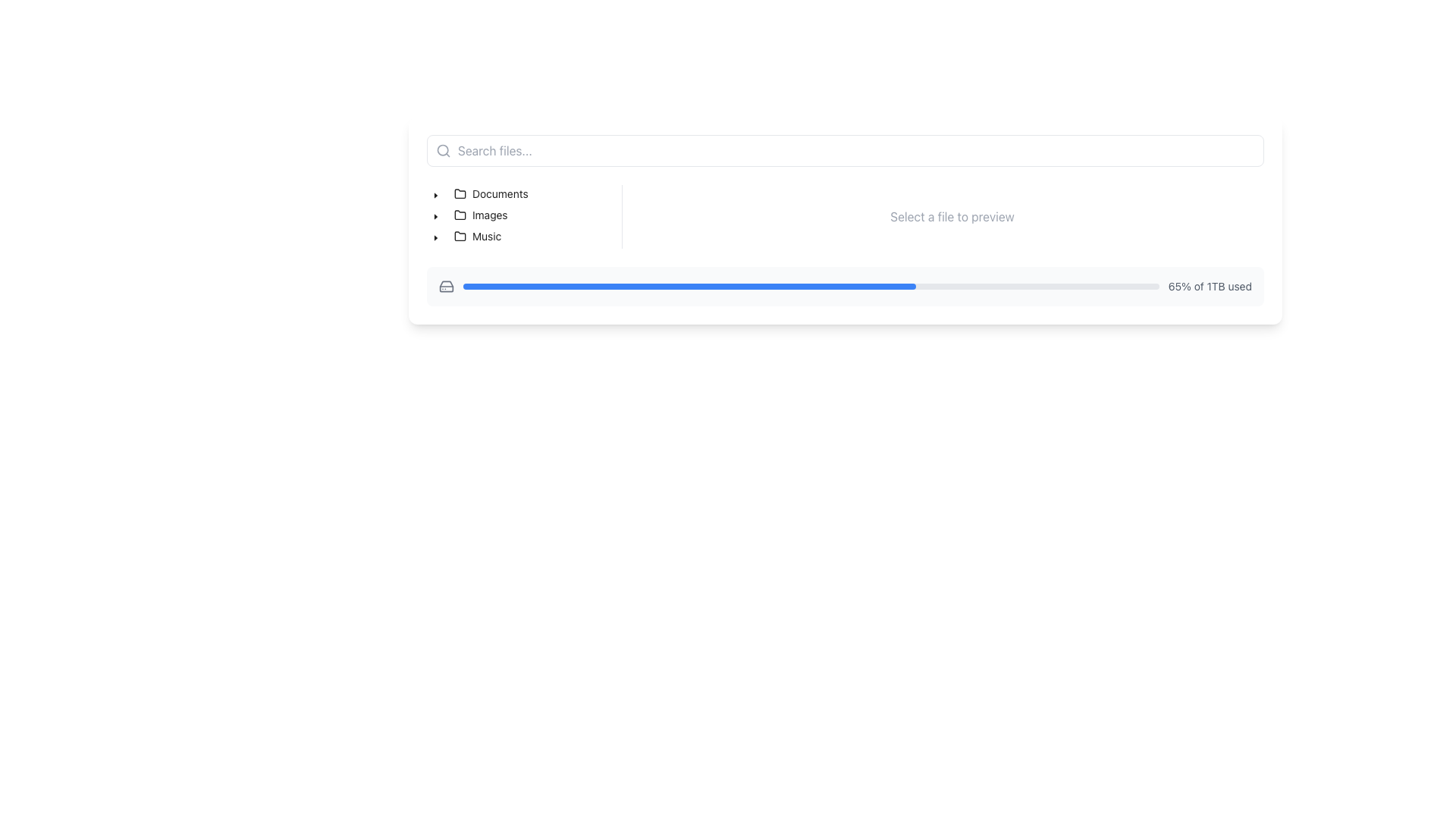 The image size is (1456, 819). What do you see at coordinates (435, 195) in the screenshot?
I see `the small triangular icon pointing downwards next to the 'Documents' label` at bounding box center [435, 195].